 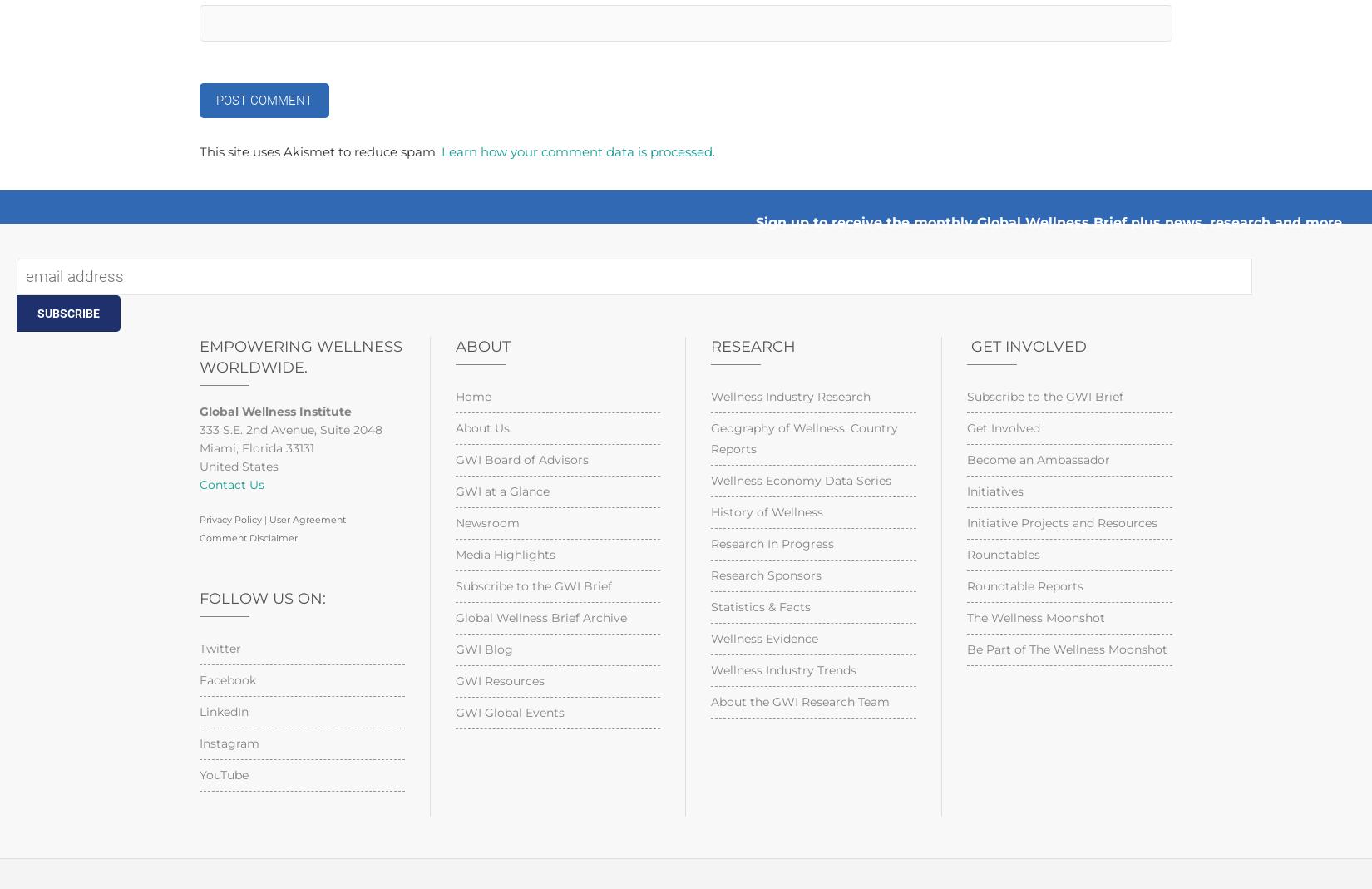 What do you see at coordinates (481, 347) in the screenshot?
I see `'About'` at bounding box center [481, 347].